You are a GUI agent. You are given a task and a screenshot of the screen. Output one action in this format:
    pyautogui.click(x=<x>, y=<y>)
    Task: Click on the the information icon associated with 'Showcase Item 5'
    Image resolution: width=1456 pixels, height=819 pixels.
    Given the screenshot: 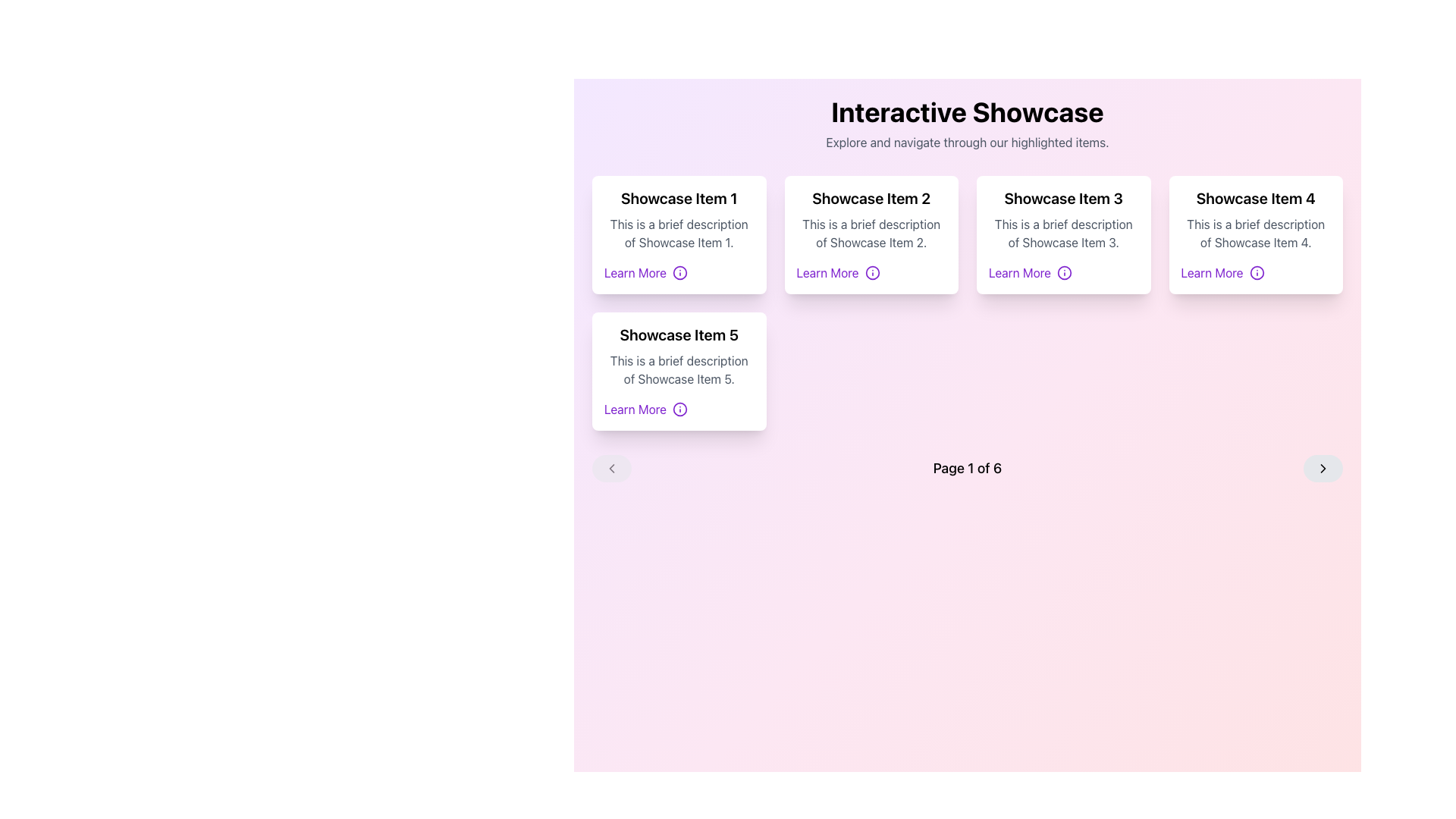 What is the action you would take?
    pyautogui.click(x=679, y=409)
    